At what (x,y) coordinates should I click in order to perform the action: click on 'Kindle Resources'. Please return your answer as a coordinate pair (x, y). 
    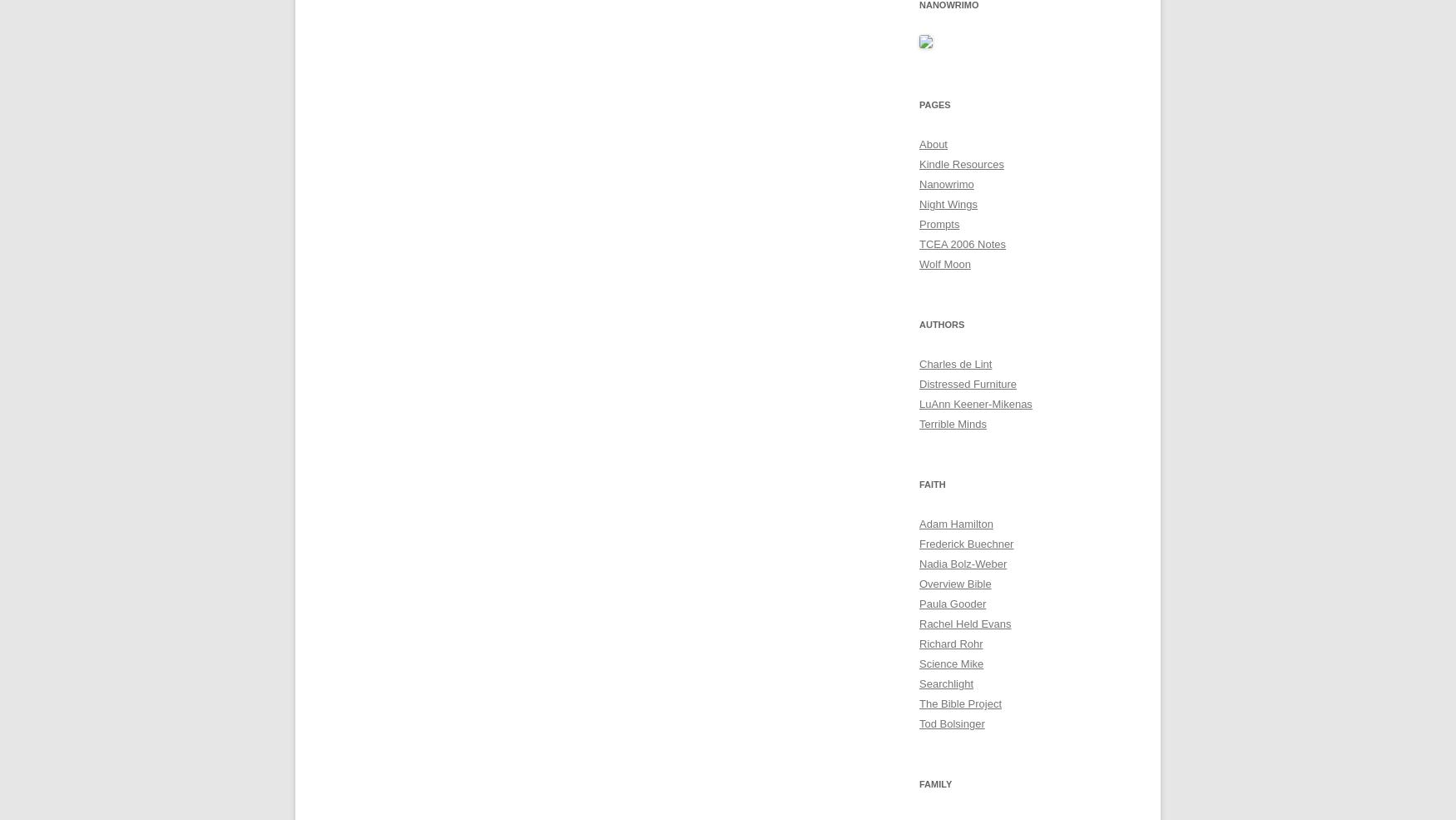
    Looking at the image, I should click on (960, 164).